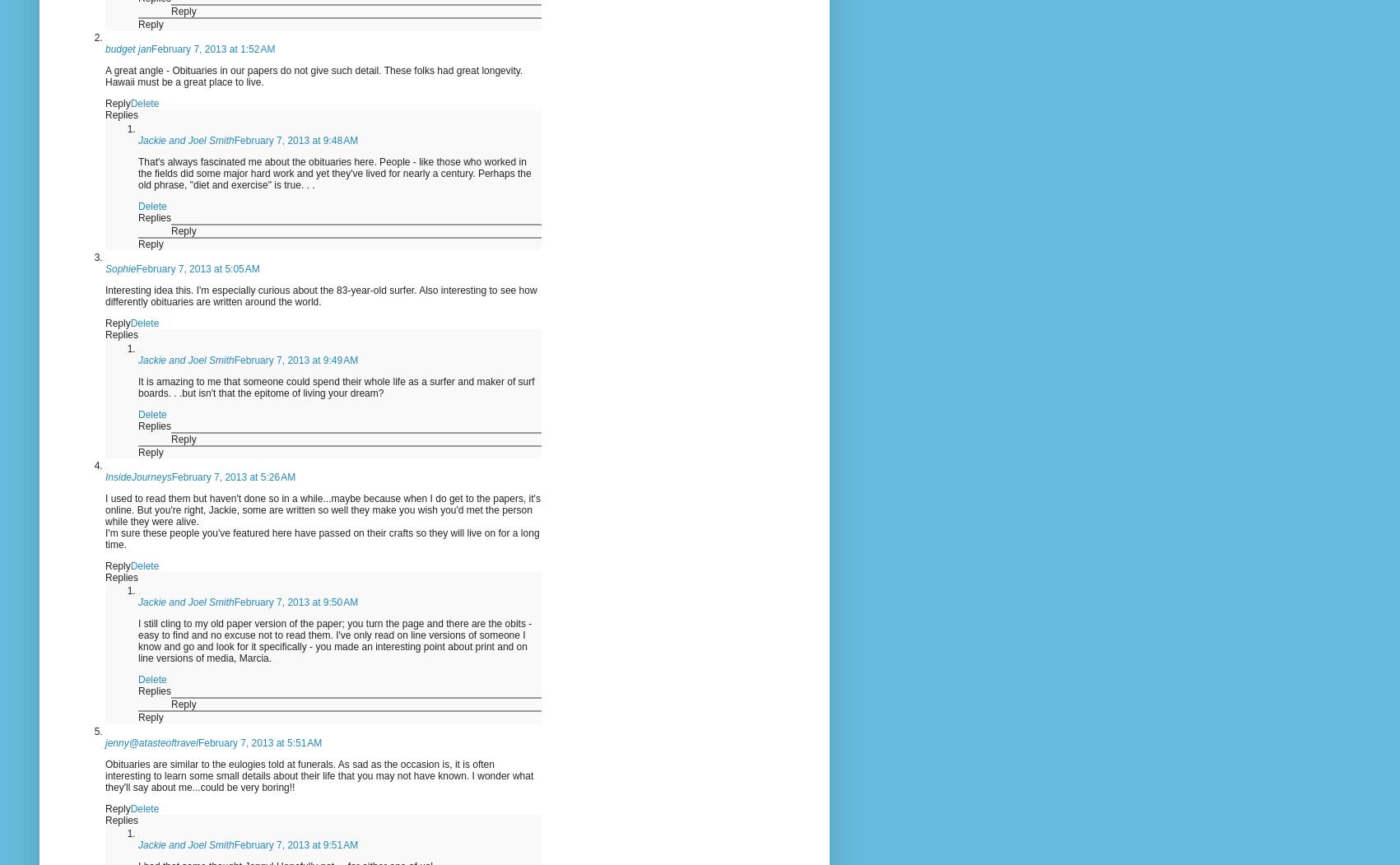 The width and height of the screenshot is (1400, 865). What do you see at coordinates (119, 268) in the screenshot?
I see `'Sophie'` at bounding box center [119, 268].